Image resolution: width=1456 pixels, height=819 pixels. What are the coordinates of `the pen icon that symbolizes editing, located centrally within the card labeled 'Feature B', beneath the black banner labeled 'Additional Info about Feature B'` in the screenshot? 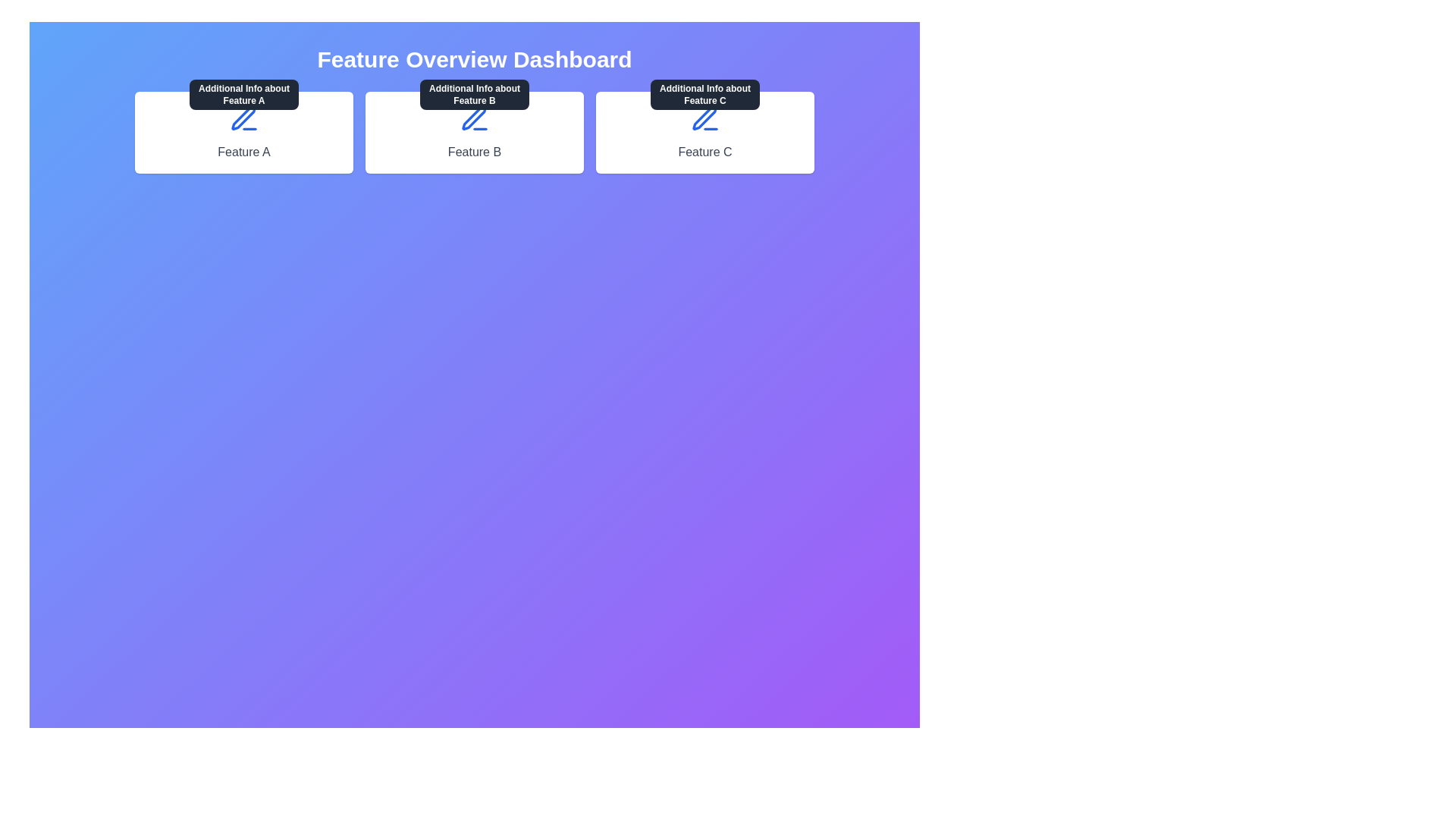 It's located at (473, 118).